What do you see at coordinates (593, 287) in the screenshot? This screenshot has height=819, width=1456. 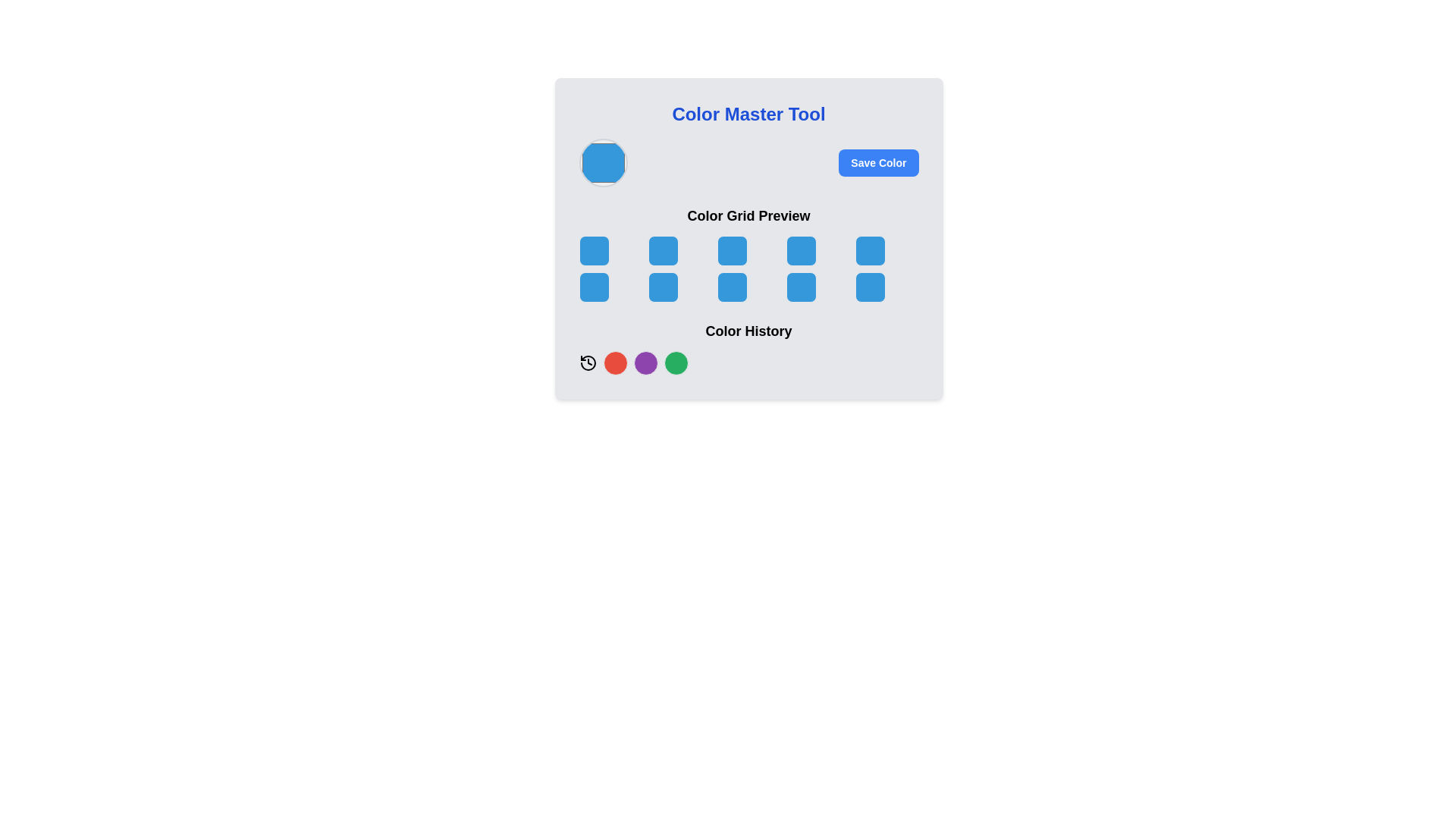 I see `the first Grid Item in the second row of the Color Grid Preview, which allows users to interact with or preview color options` at bounding box center [593, 287].